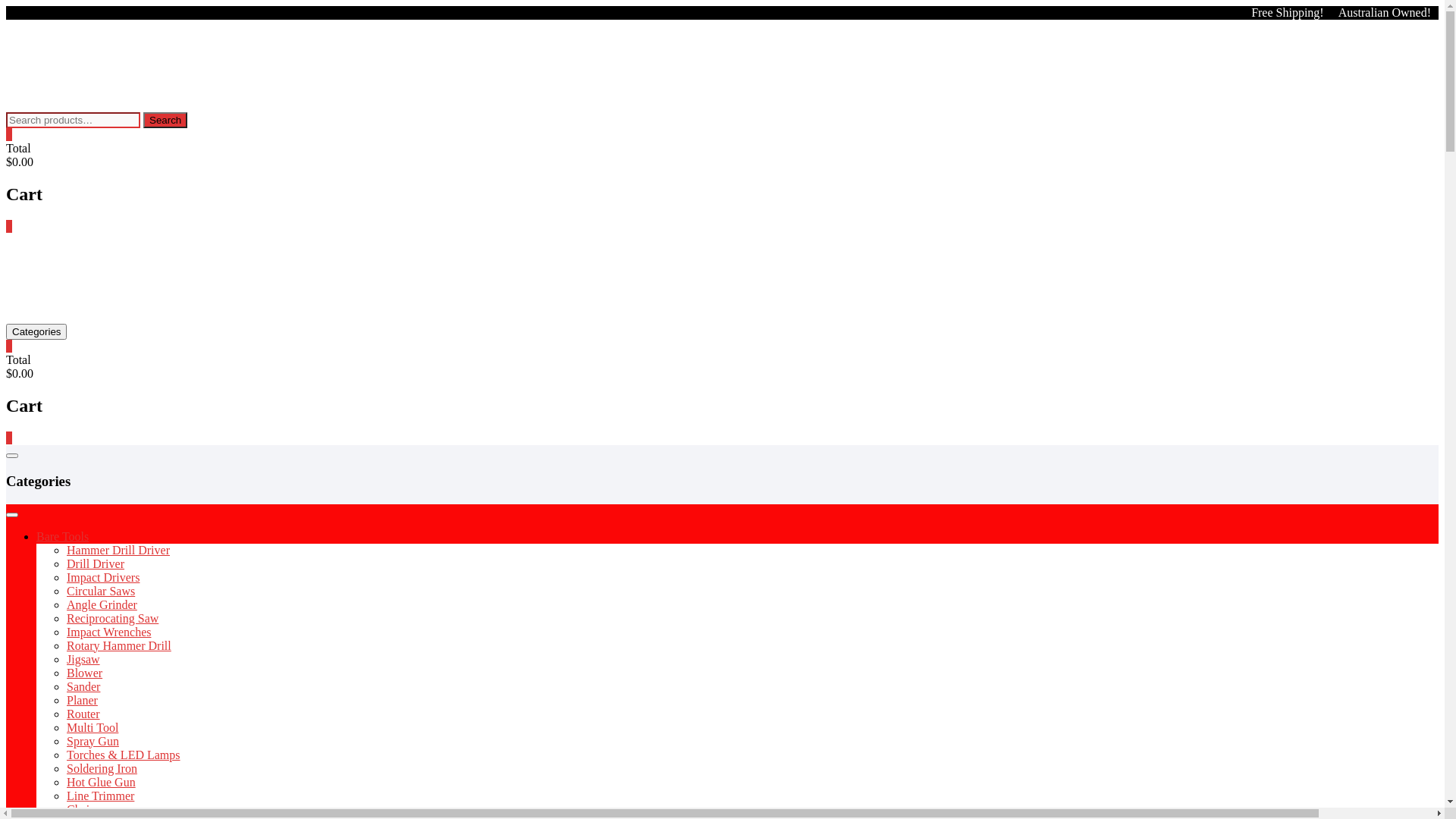 This screenshot has width=1456, height=819. Describe the element at coordinates (65, 726) in the screenshot. I see `'Multi Tool'` at that location.